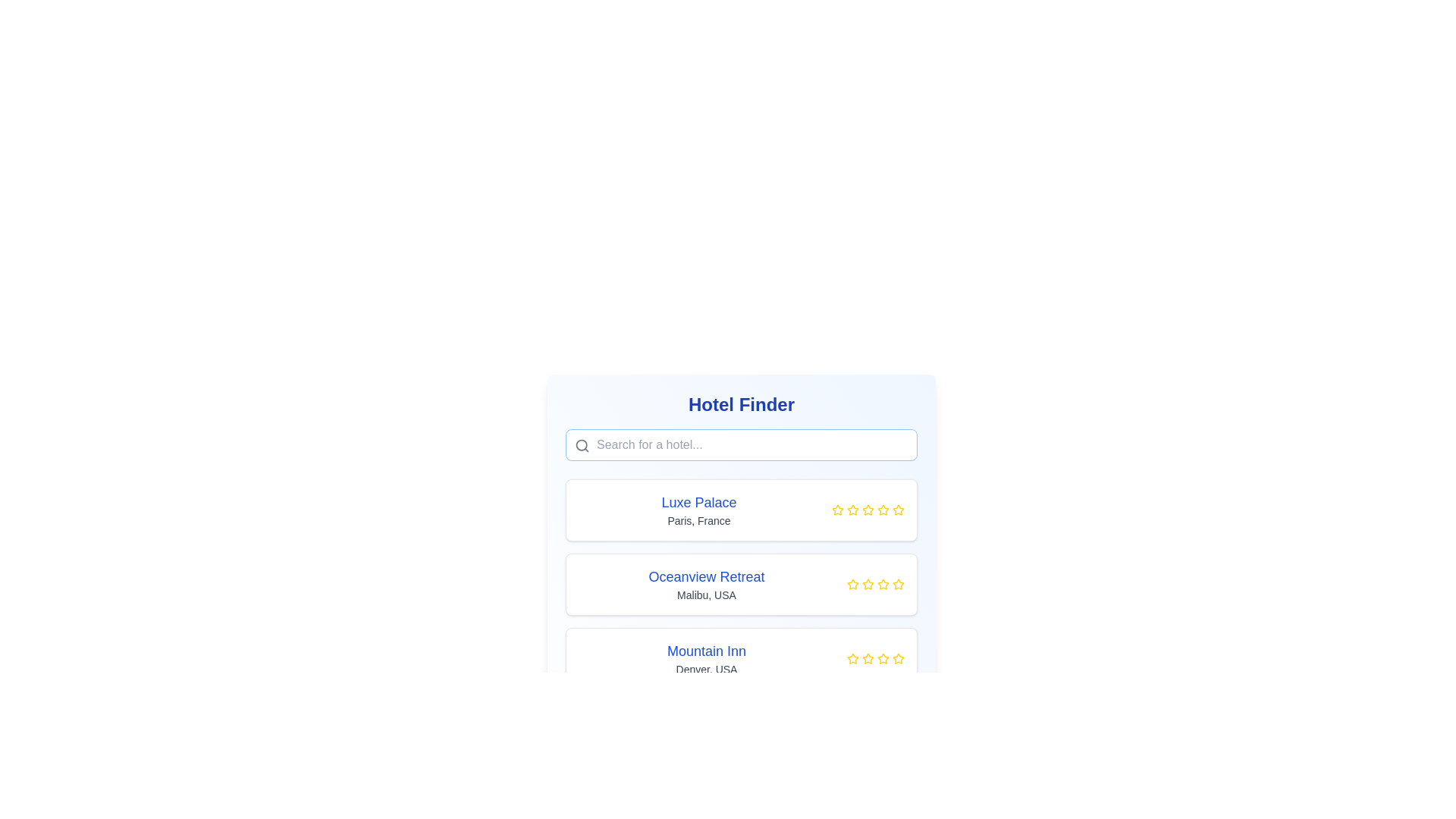 This screenshot has height=819, width=1456. What do you see at coordinates (742, 403) in the screenshot?
I see `the bold, large dark blue 'Hotel Finder' title text, which is centrally aligned at the top of the interface and positioned above the search box and hotel cards` at bounding box center [742, 403].